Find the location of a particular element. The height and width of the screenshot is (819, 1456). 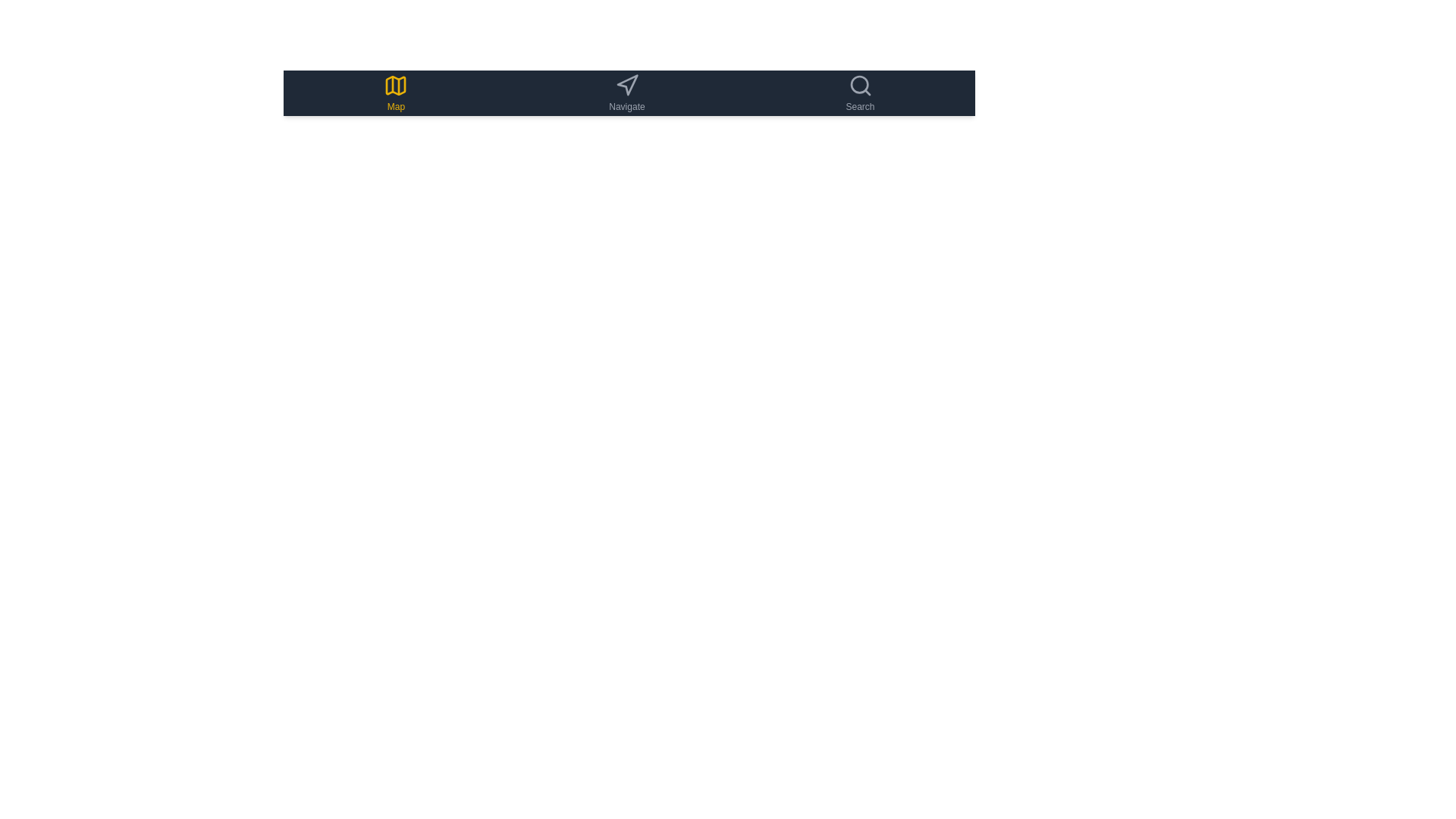

the 'Search' button located in the rightmost position of the horizontal navigation bar, which features a magnifying glass icon and the label 'Search' beneath it is located at coordinates (860, 93).